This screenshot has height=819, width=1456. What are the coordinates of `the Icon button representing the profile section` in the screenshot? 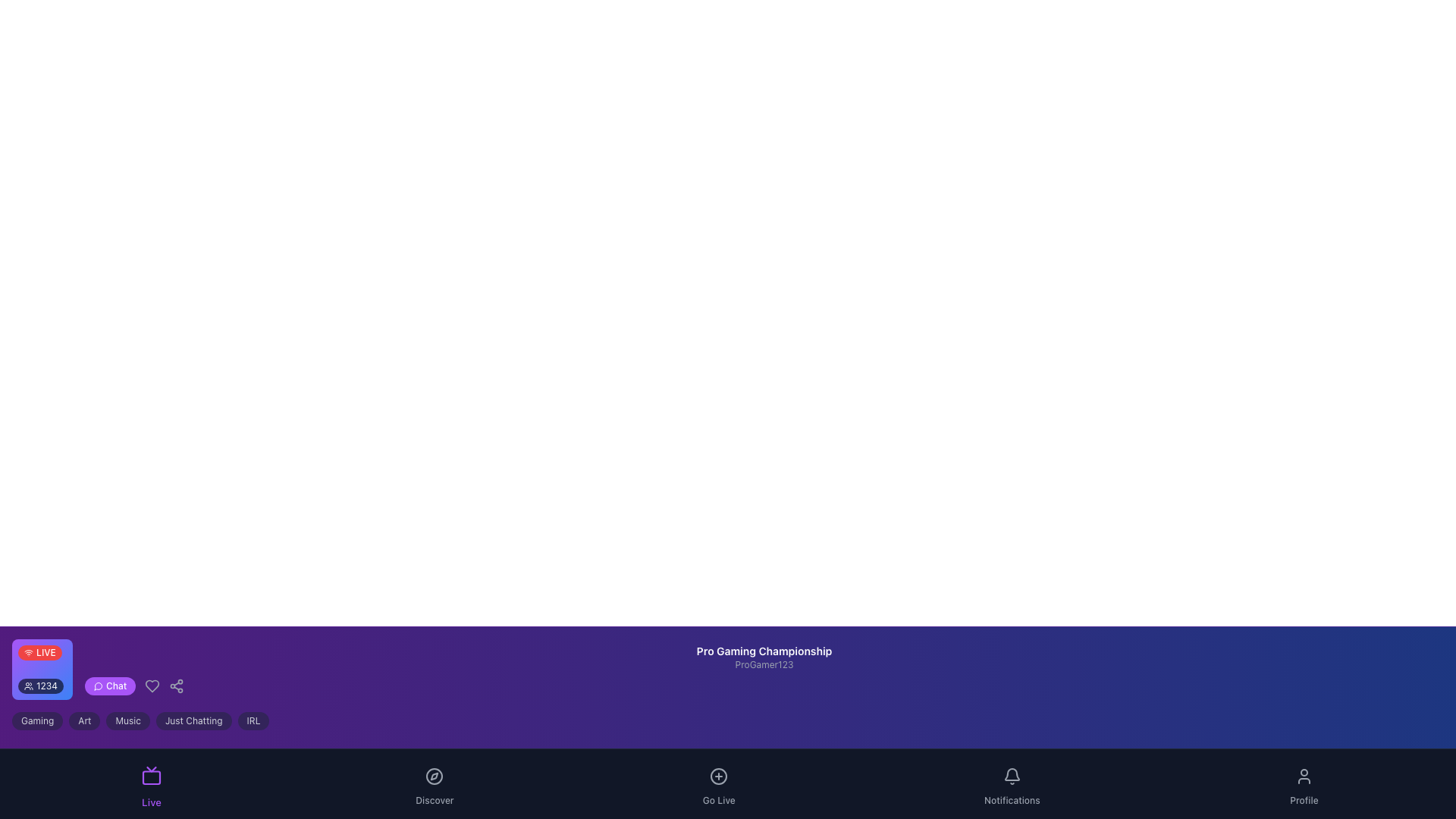 It's located at (1303, 776).